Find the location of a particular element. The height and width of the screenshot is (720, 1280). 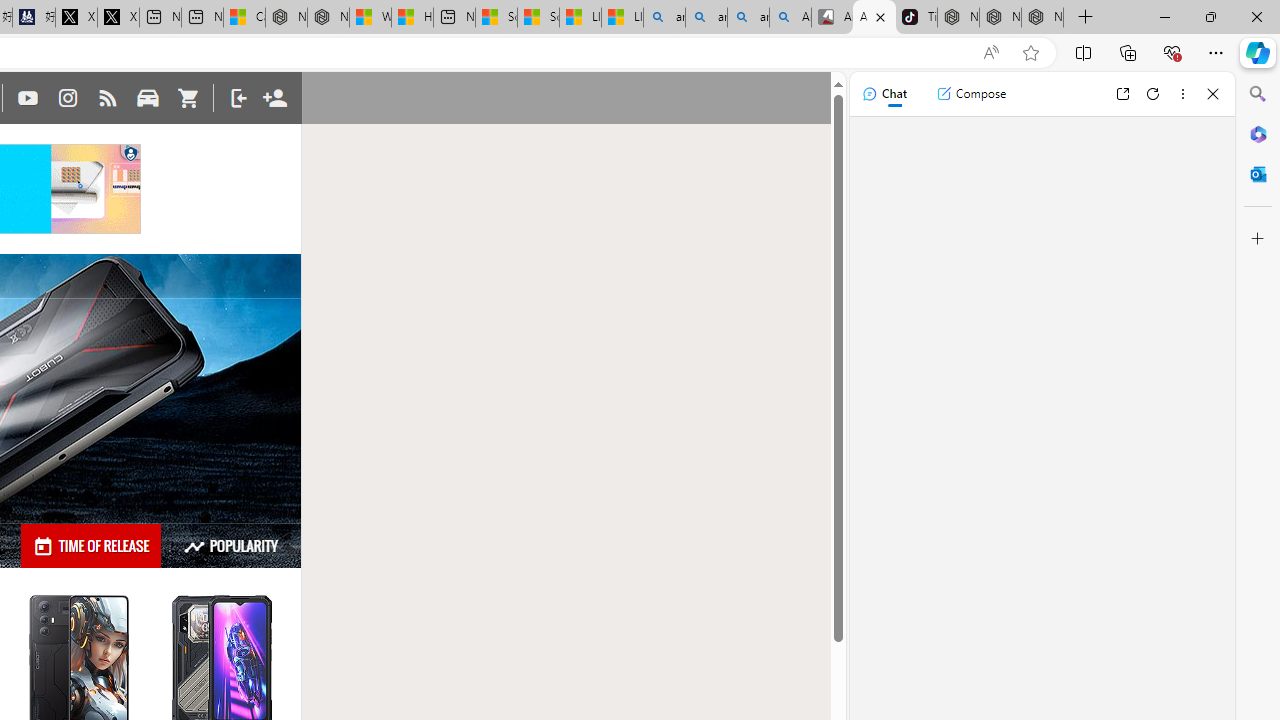

'Class: qc-adchoices-link top-right ' is located at coordinates (130, 150).